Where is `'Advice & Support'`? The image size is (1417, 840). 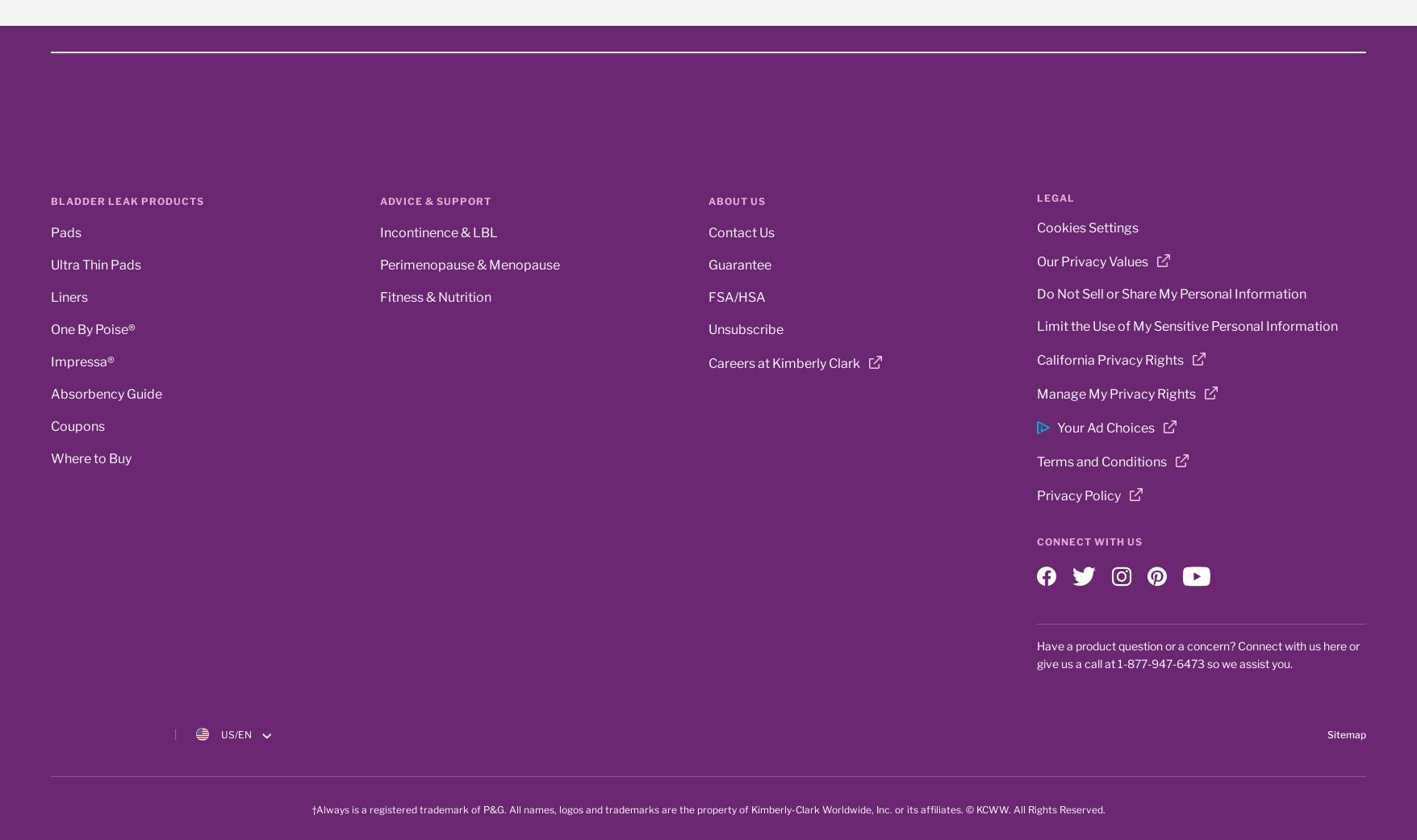
'Advice & Support' is located at coordinates (379, 200).